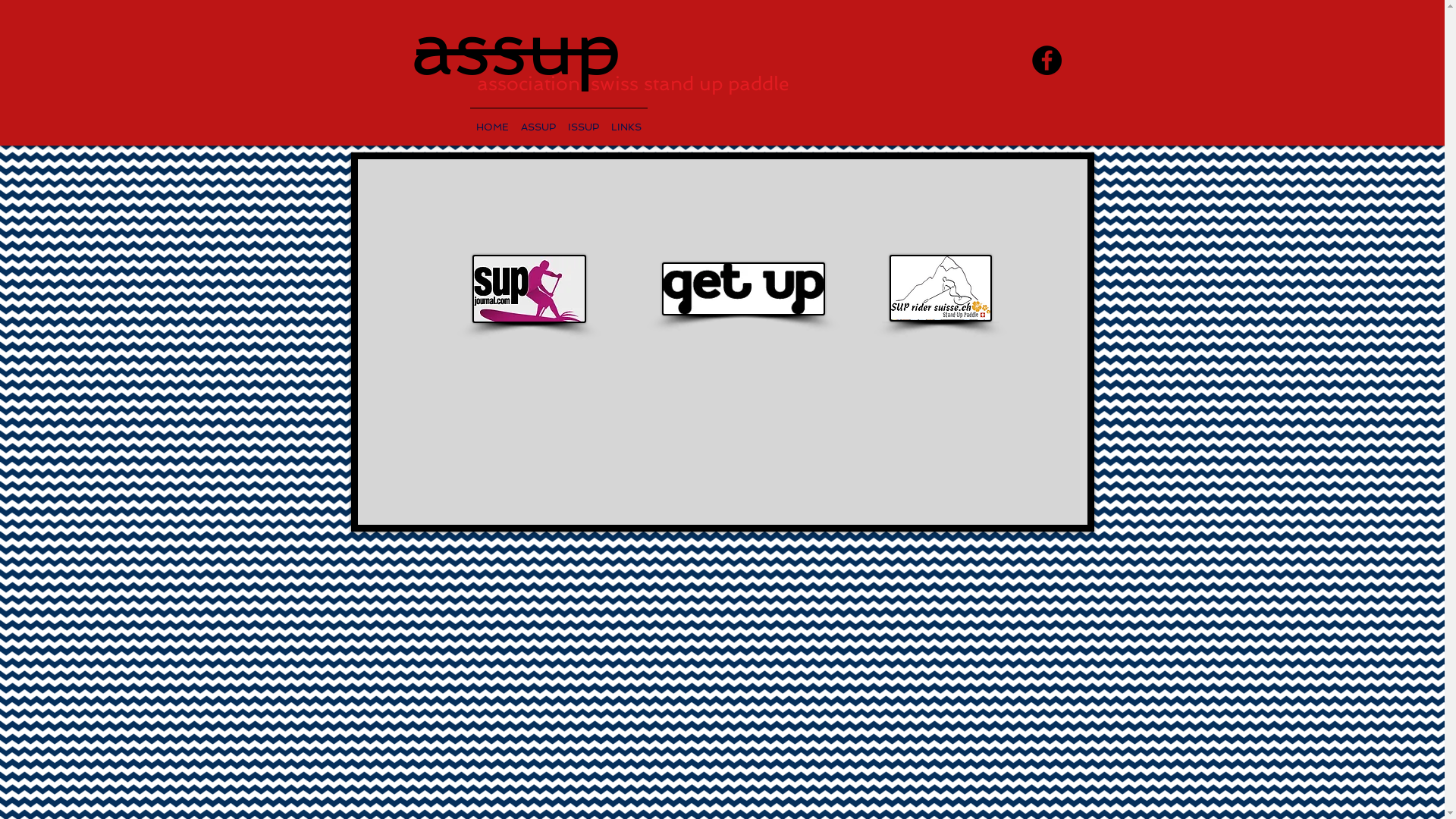 The height and width of the screenshot is (819, 1456). Describe the element at coordinates (626, 119) in the screenshot. I see `'LINKS'` at that location.